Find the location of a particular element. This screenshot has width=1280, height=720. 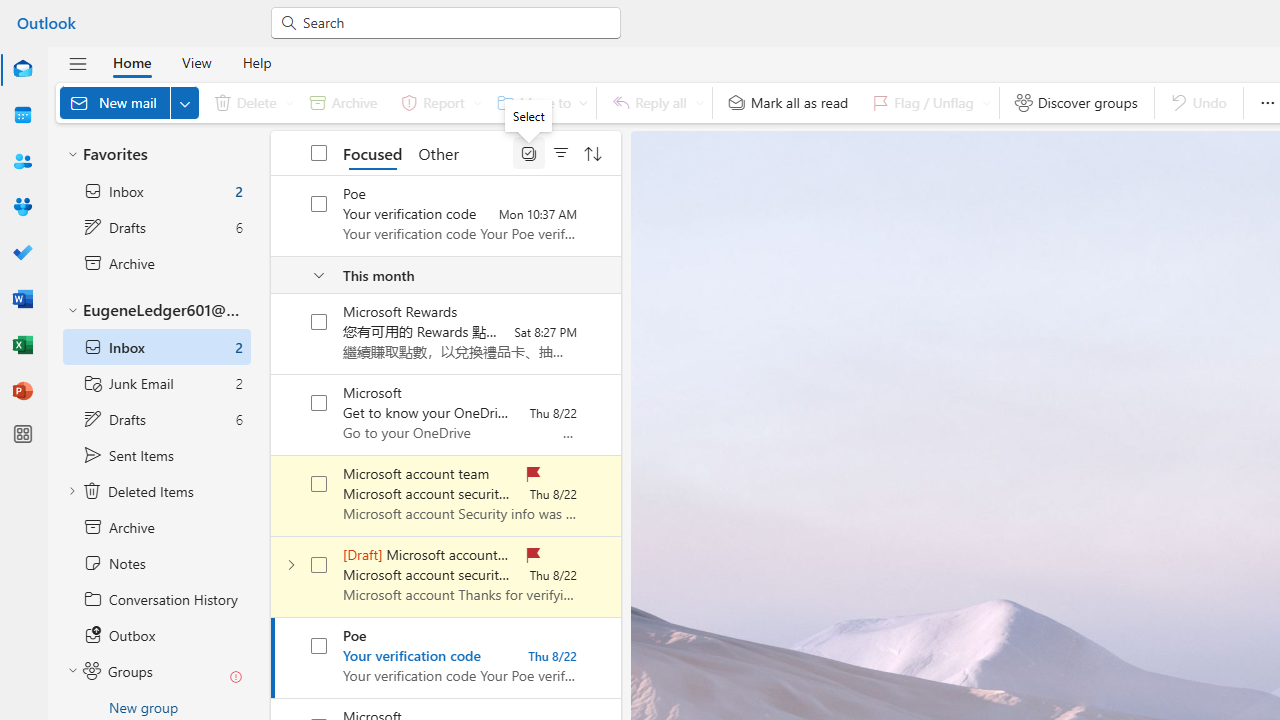

'Expand to see flag options' is located at coordinates (986, 102).